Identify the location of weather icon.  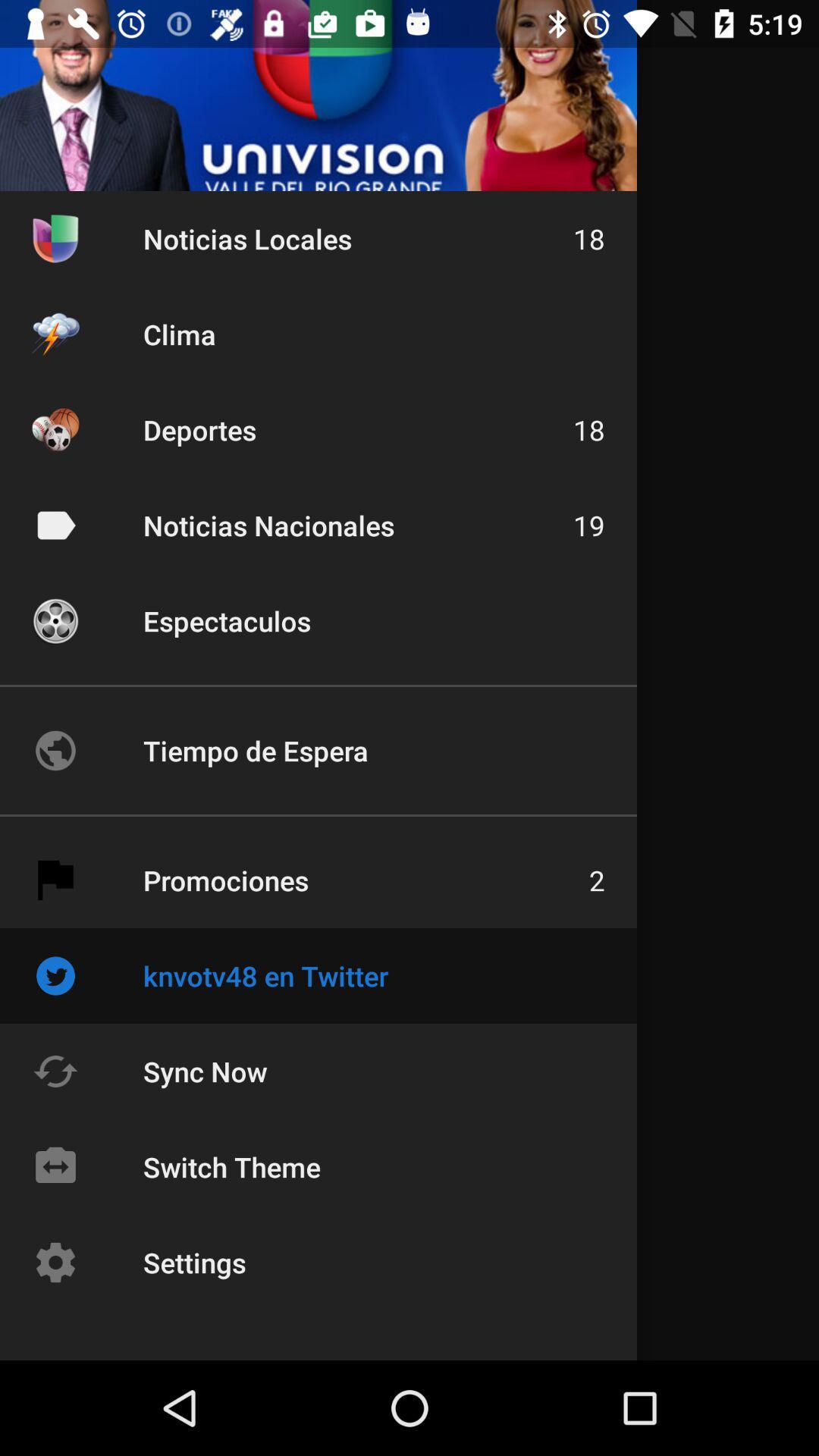
(55, 334).